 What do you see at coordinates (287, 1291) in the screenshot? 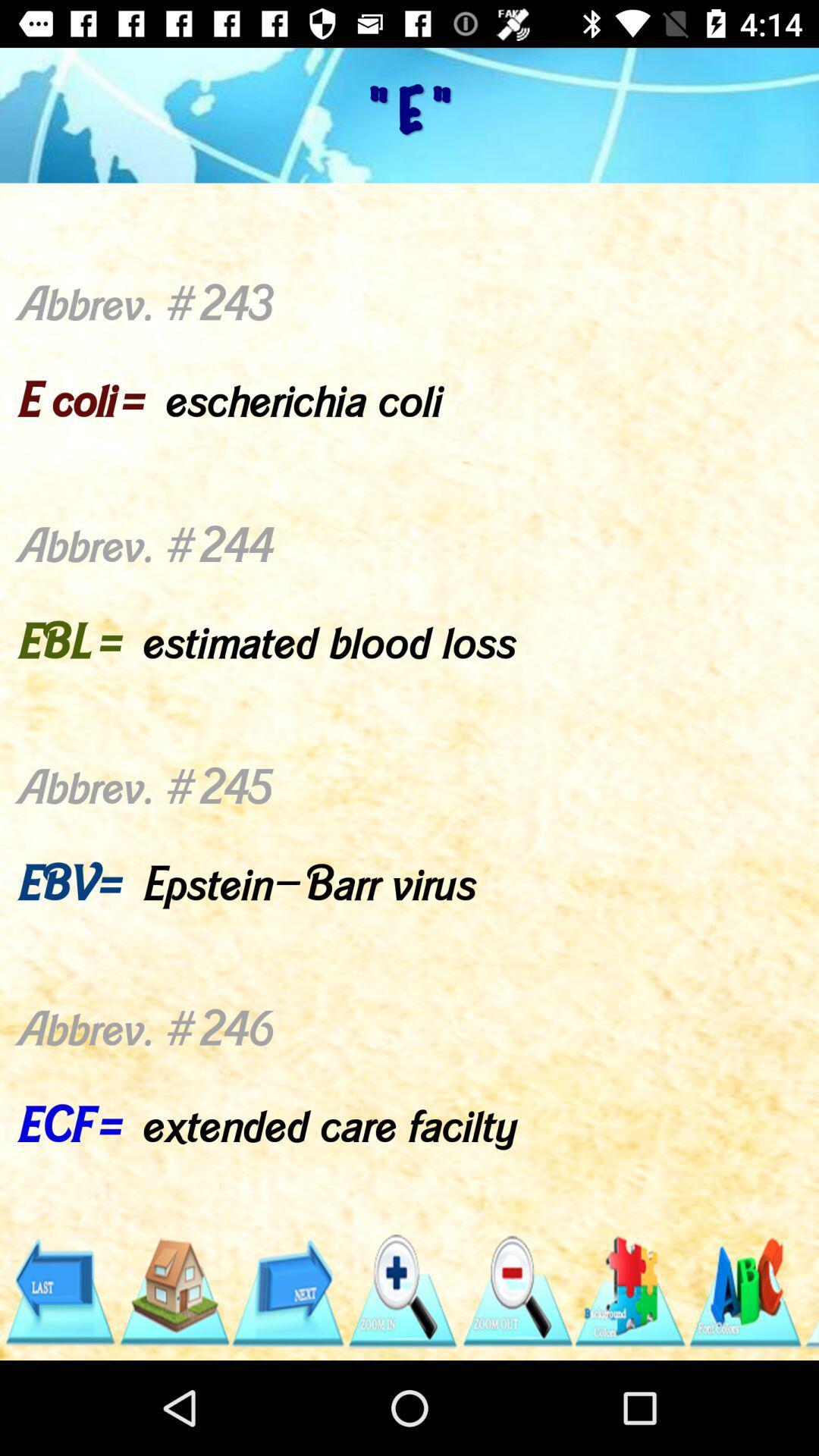
I see `next` at bounding box center [287, 1291].